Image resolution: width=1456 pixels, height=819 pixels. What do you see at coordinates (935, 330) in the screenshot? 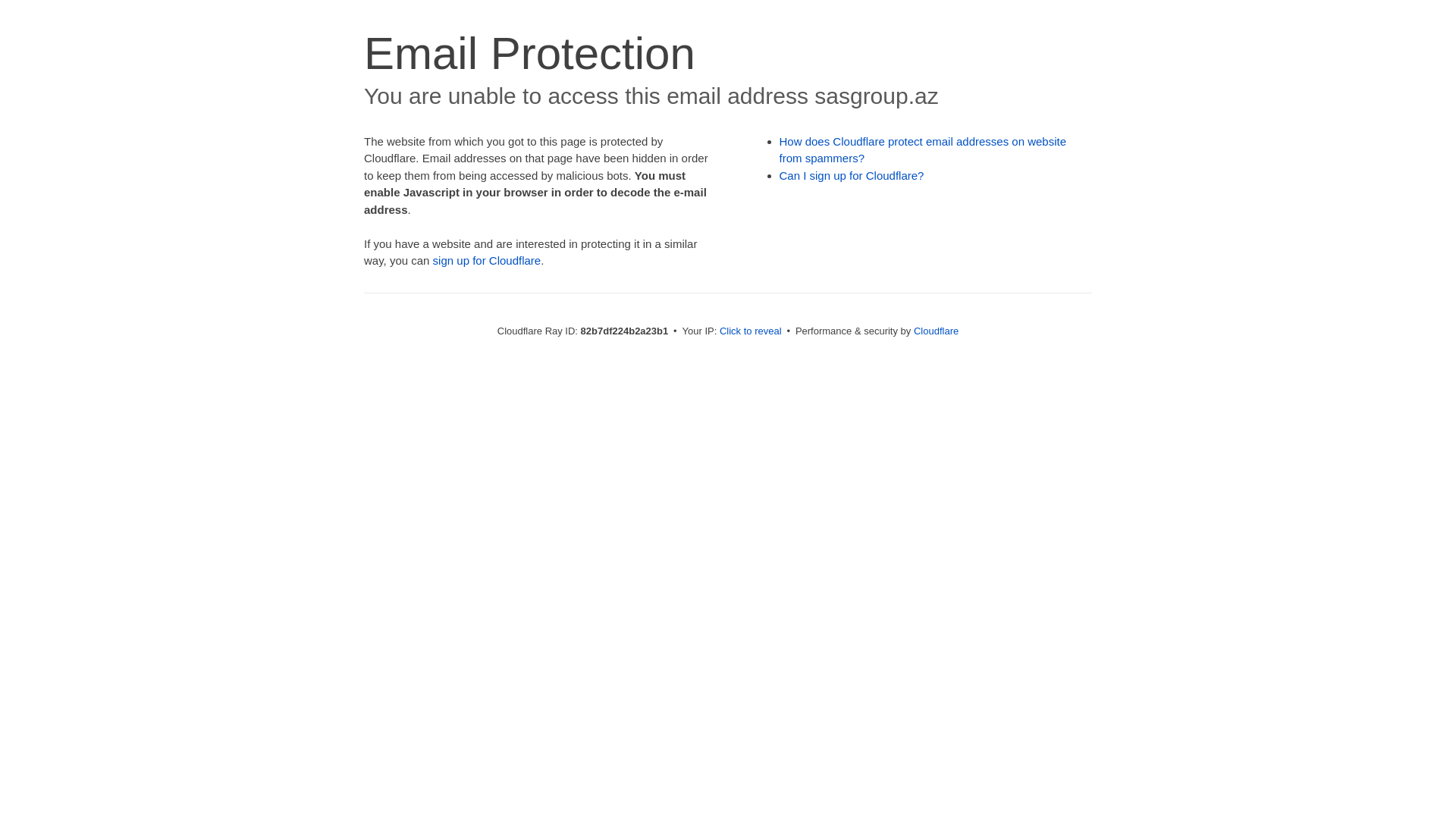
I see `'Cloudflare'` at bounding box center [935, 330].